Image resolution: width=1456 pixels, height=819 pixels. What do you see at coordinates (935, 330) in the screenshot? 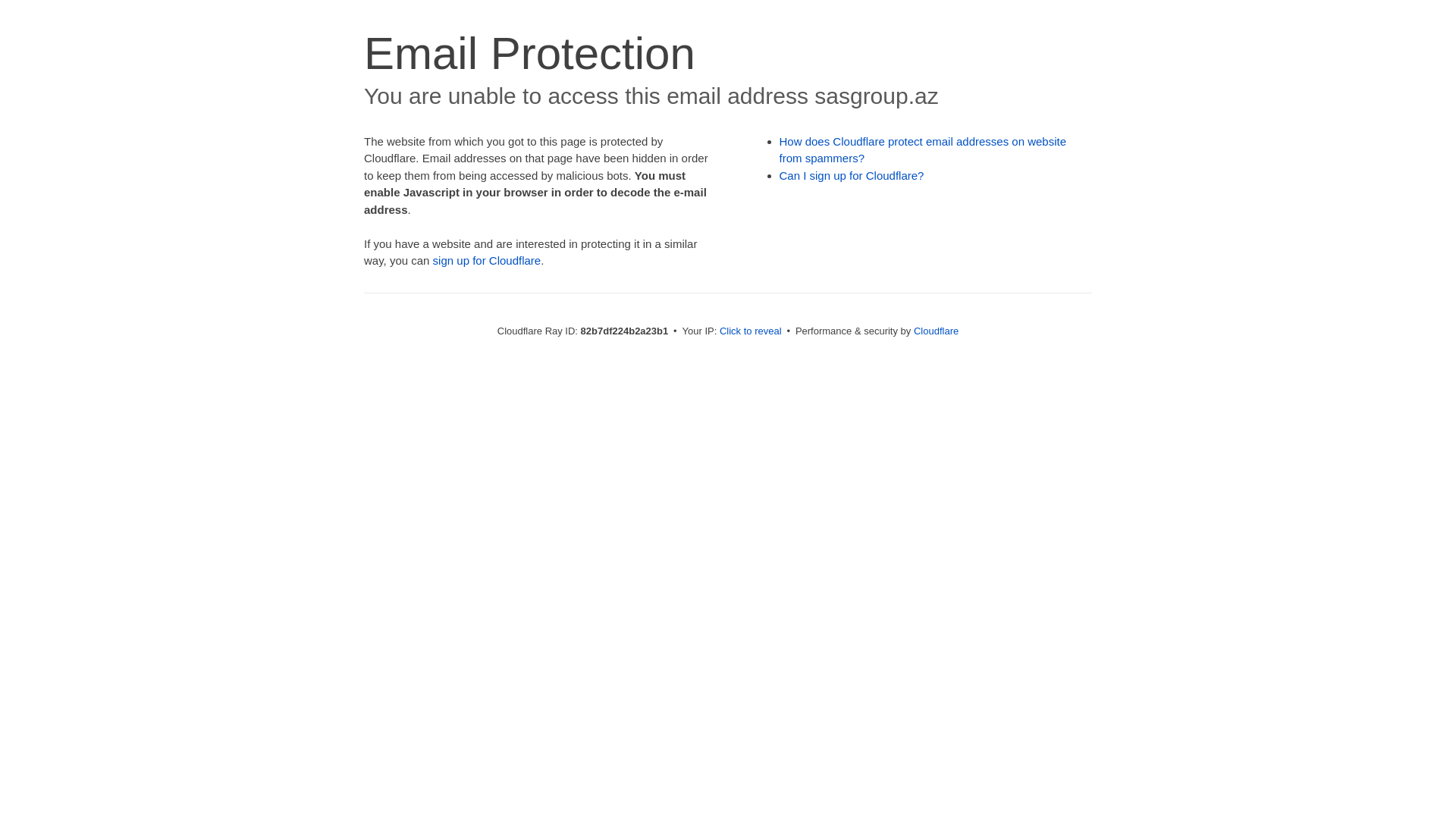
I see `'Cloudflare'` at bounding box center [935, 330].